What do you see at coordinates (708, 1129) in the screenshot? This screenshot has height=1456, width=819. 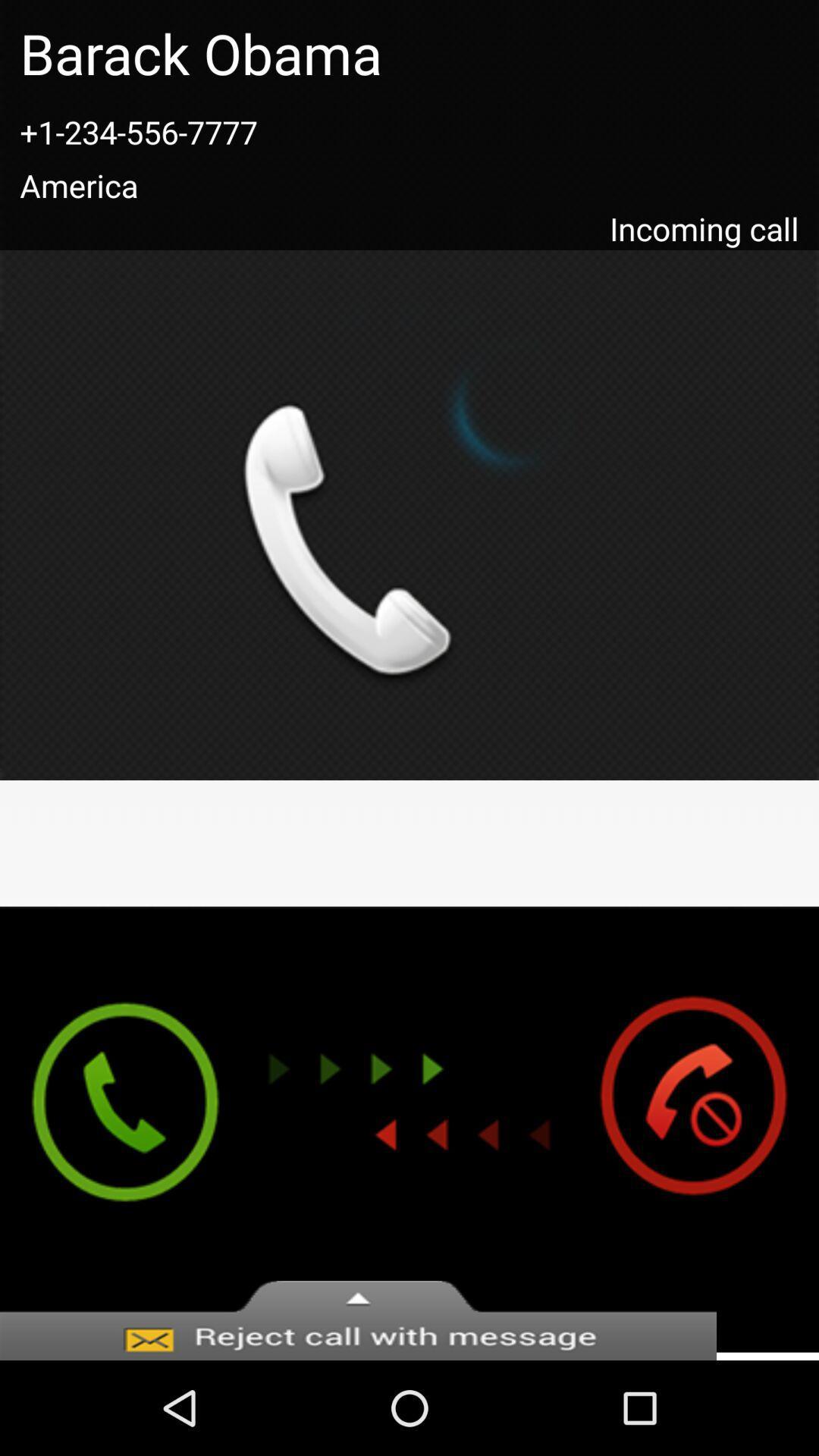 I see `the item at the bottom right corner` at bounding box center [708, 1129].